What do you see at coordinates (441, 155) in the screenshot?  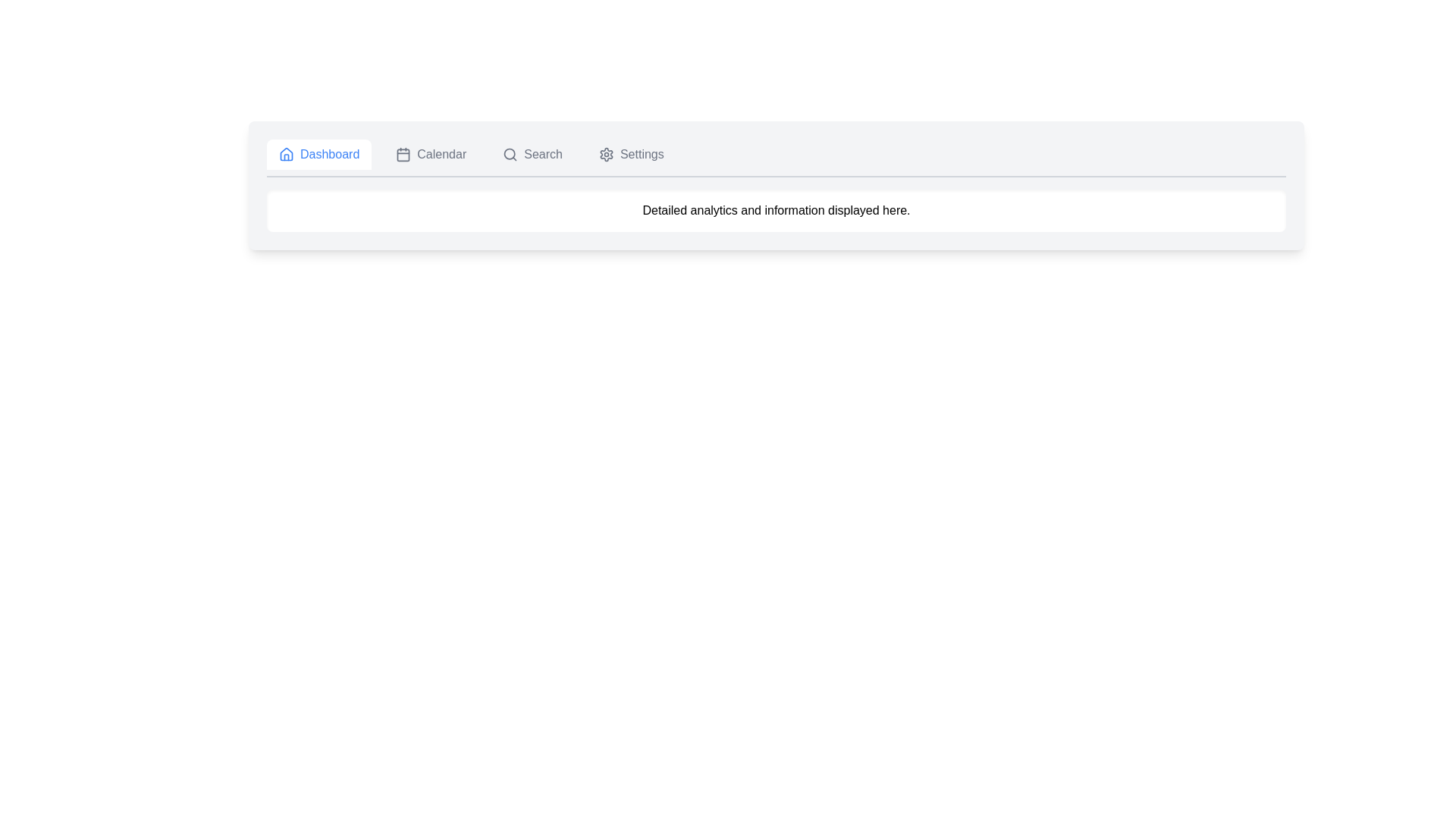 I see `the 'Calendar' text label in the top navigation bar, located to the right of the calendar icon and following the 'Dashboard' label` at bounding box center [441, 155].